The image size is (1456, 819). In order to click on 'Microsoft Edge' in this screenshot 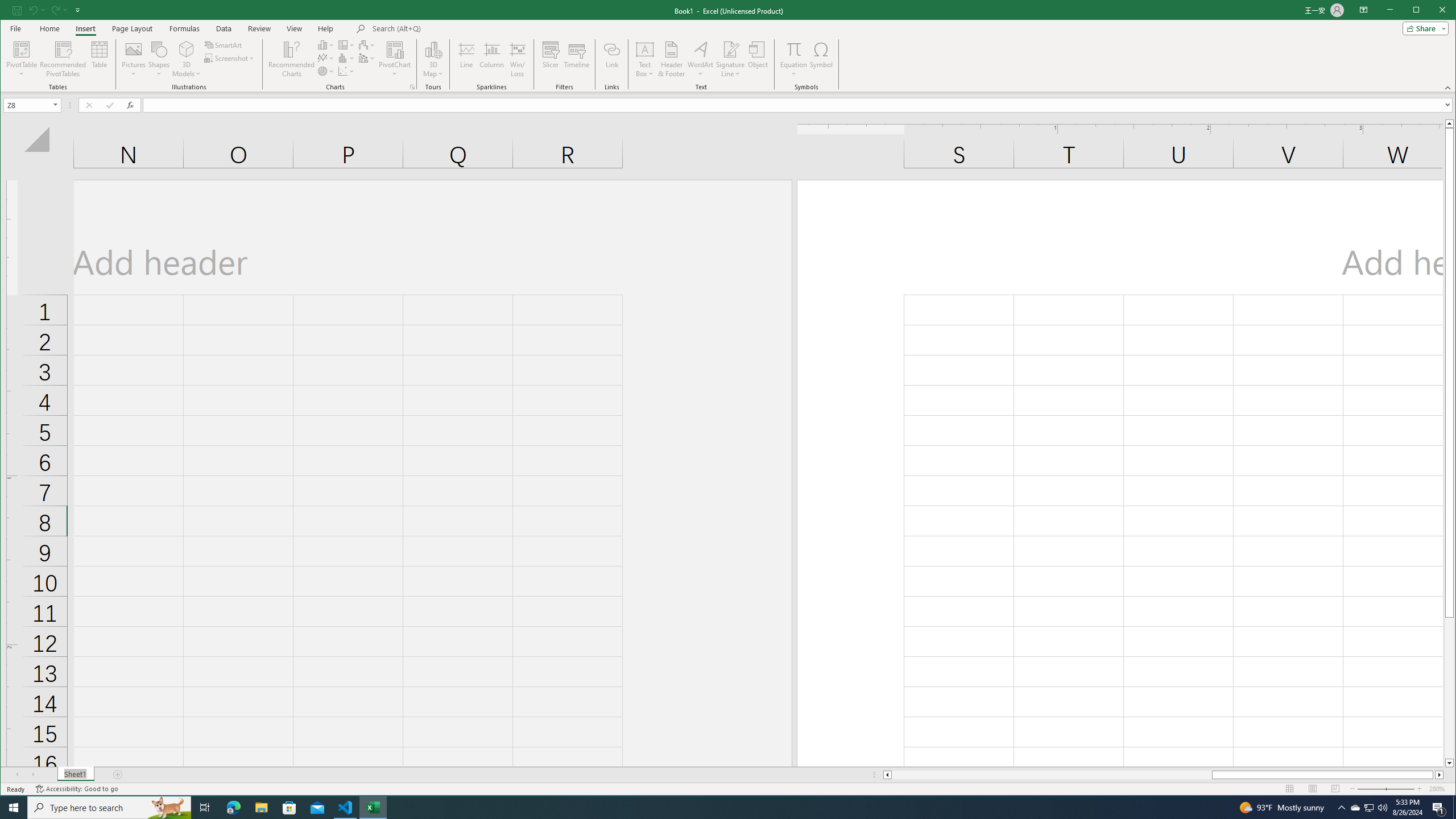, I will do `click(233, 806)`.